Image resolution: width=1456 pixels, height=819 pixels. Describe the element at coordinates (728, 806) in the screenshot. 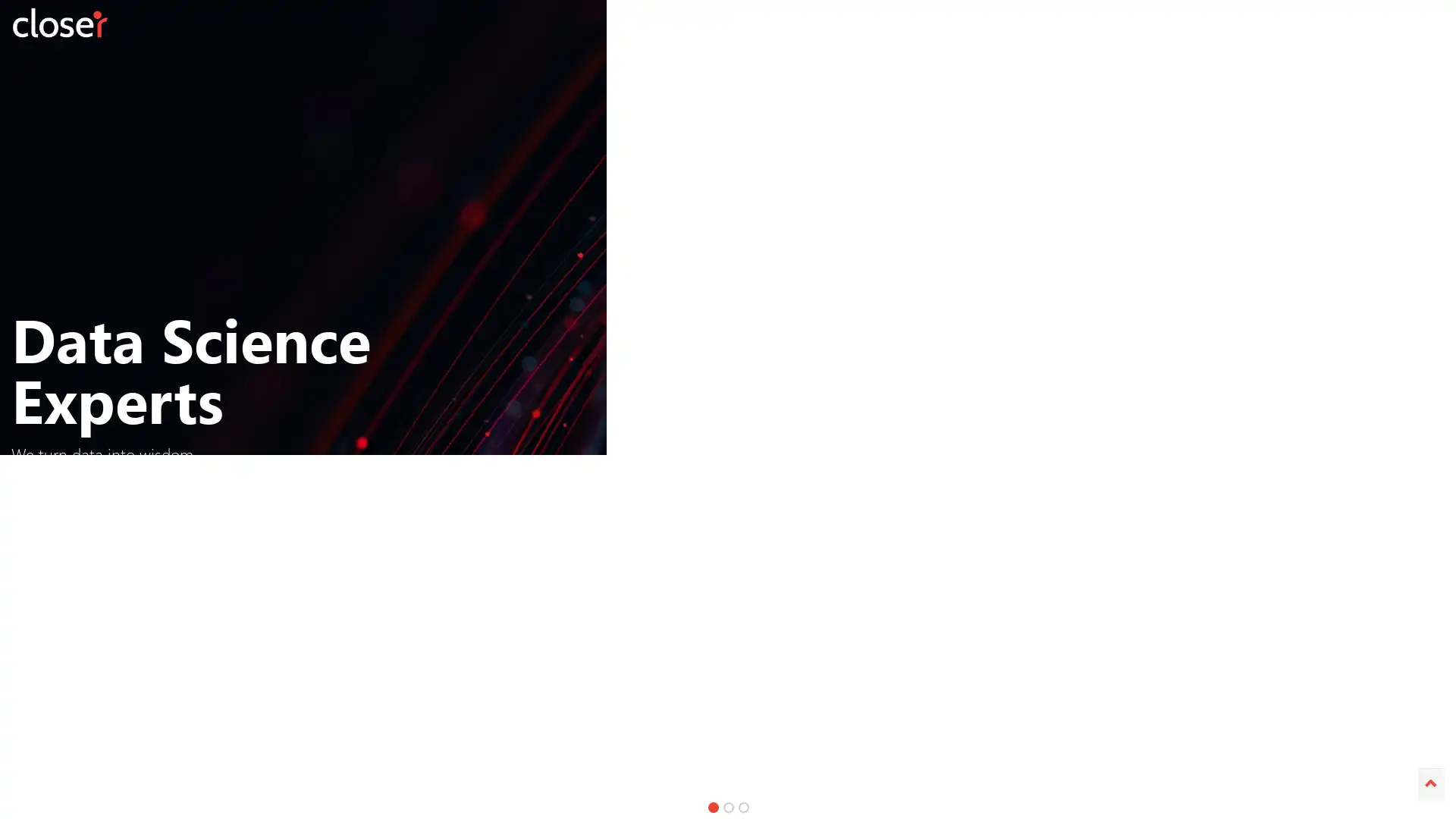

I see `2` at that location.